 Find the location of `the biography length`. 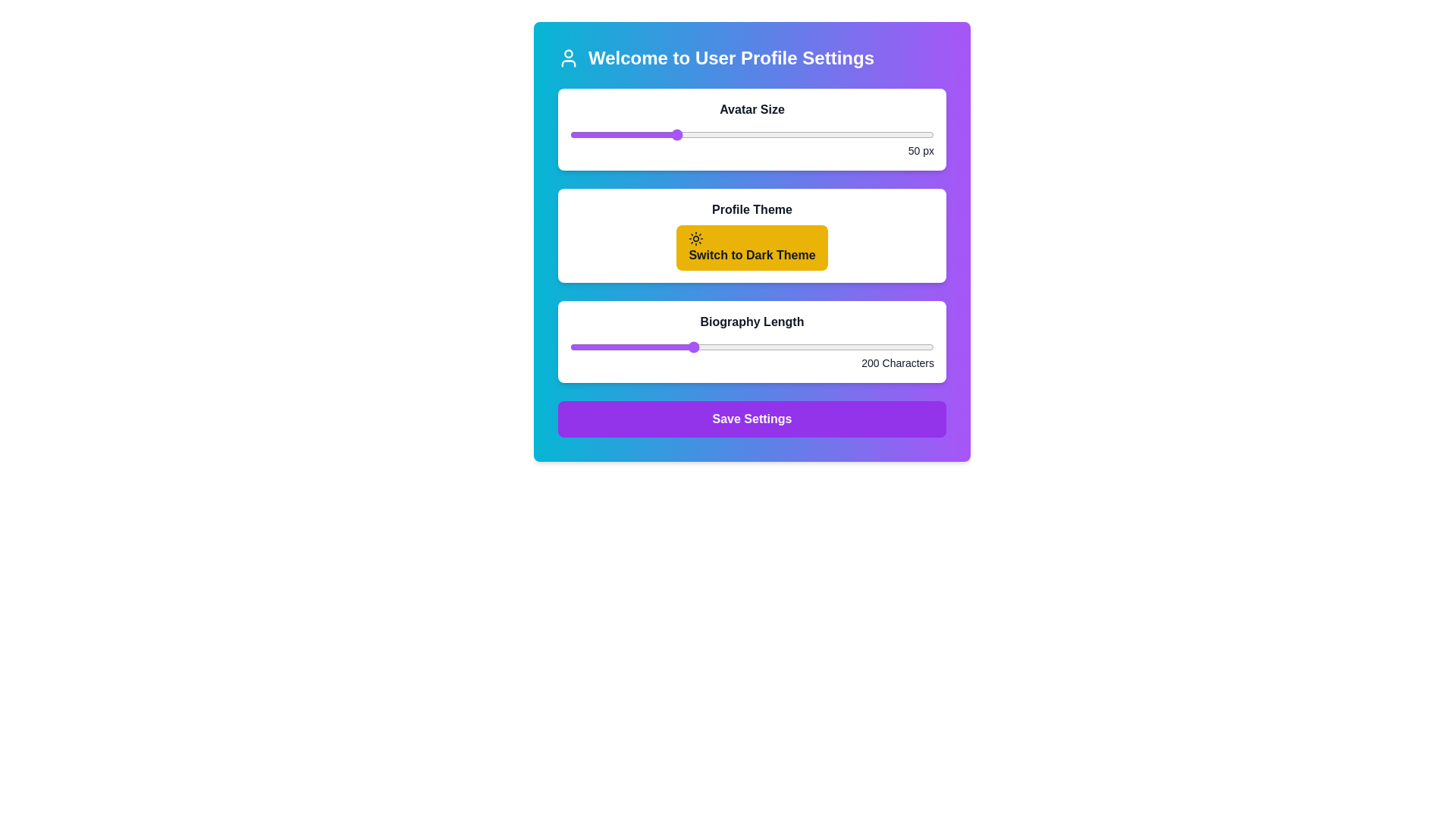

the biography length is located at coordinates (684, 347).